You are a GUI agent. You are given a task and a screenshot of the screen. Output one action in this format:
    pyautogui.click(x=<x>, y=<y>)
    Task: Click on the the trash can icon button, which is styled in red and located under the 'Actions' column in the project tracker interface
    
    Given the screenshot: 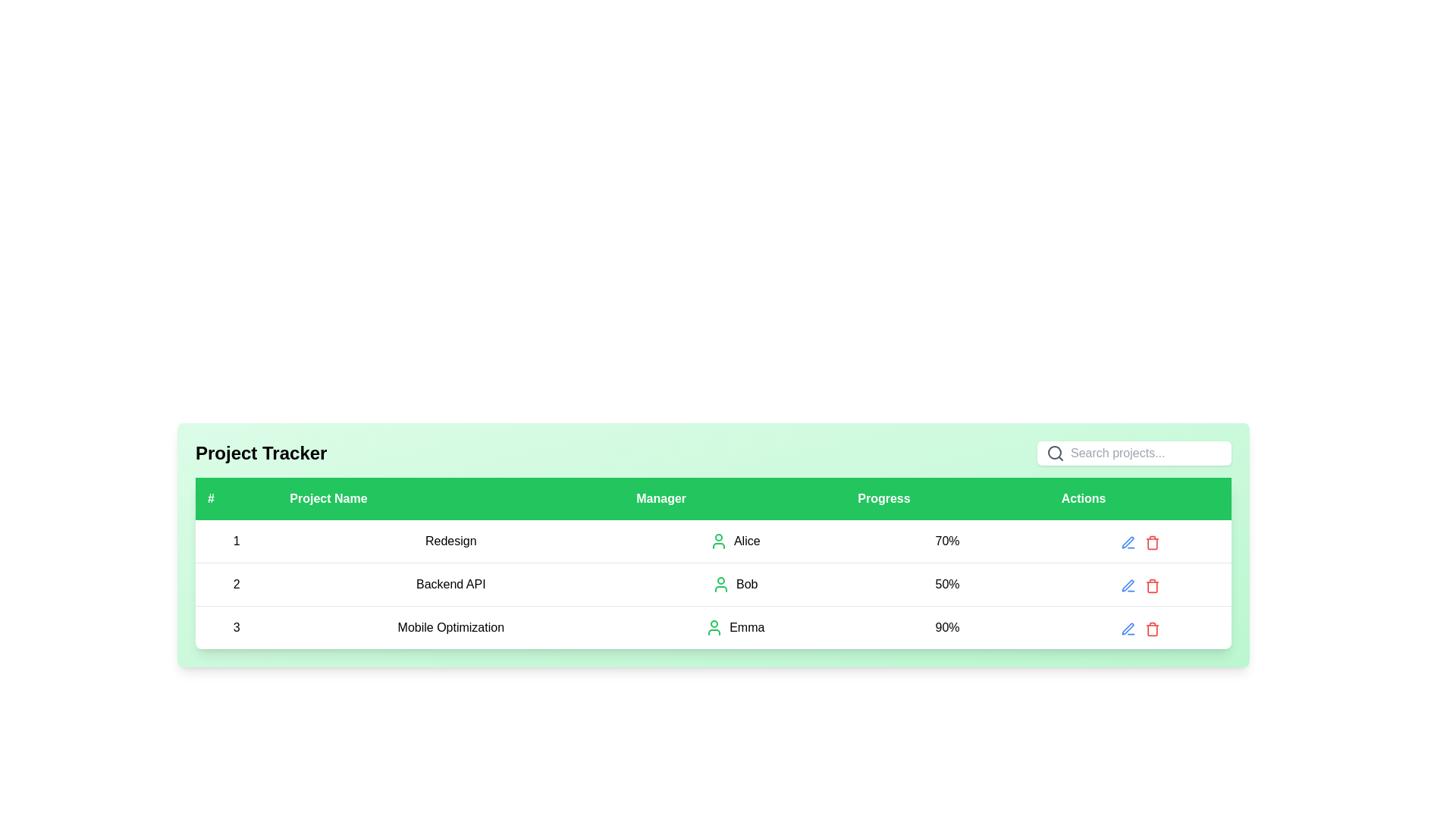 What is the action you would take?
    pyautogui.click(x=1152, y=629)
    